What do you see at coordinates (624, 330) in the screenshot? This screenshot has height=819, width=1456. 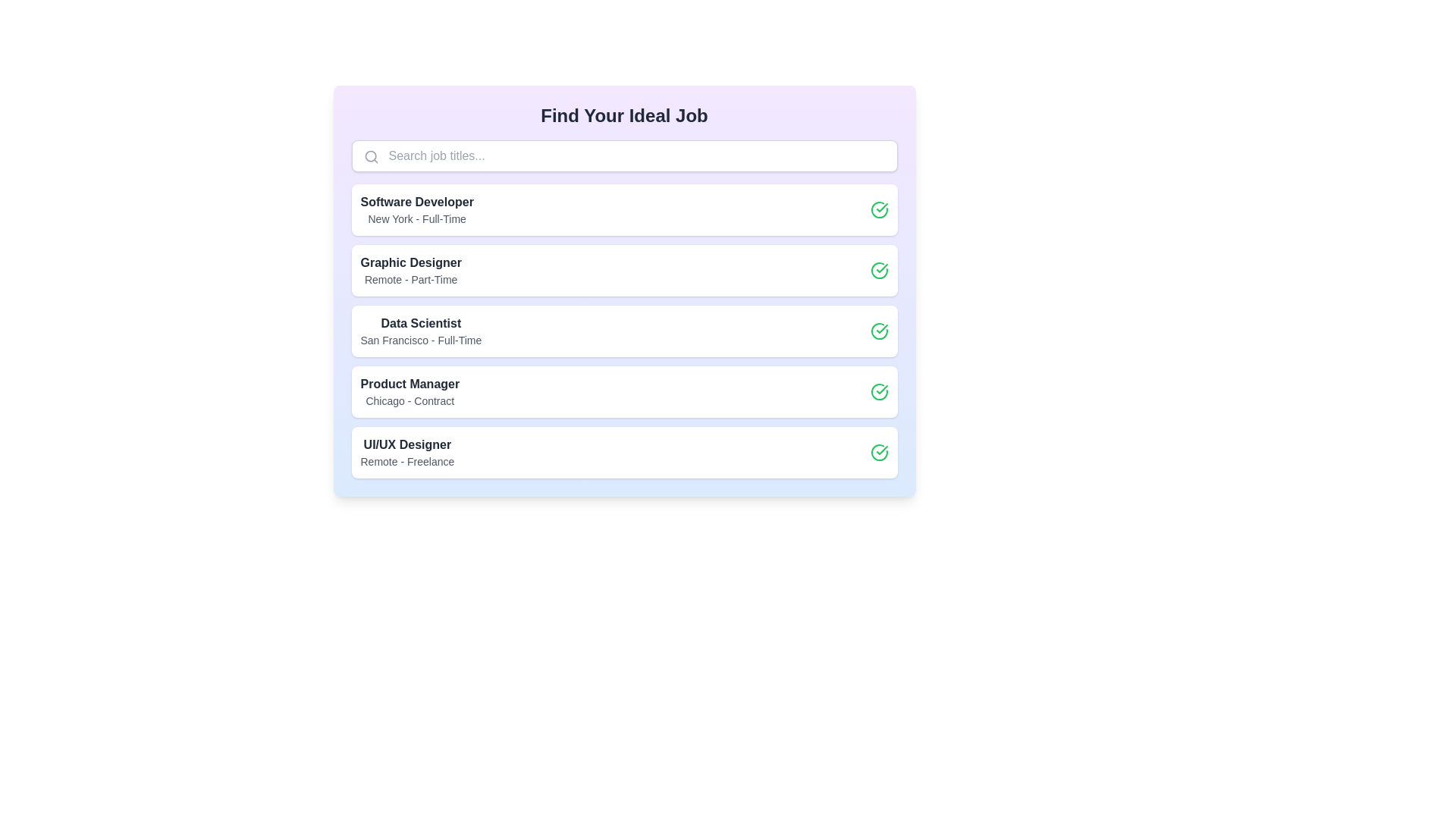 I see `the 'Data Scientist' job posting card located in the third position of the vertical list` at bounding box center [624, 330].